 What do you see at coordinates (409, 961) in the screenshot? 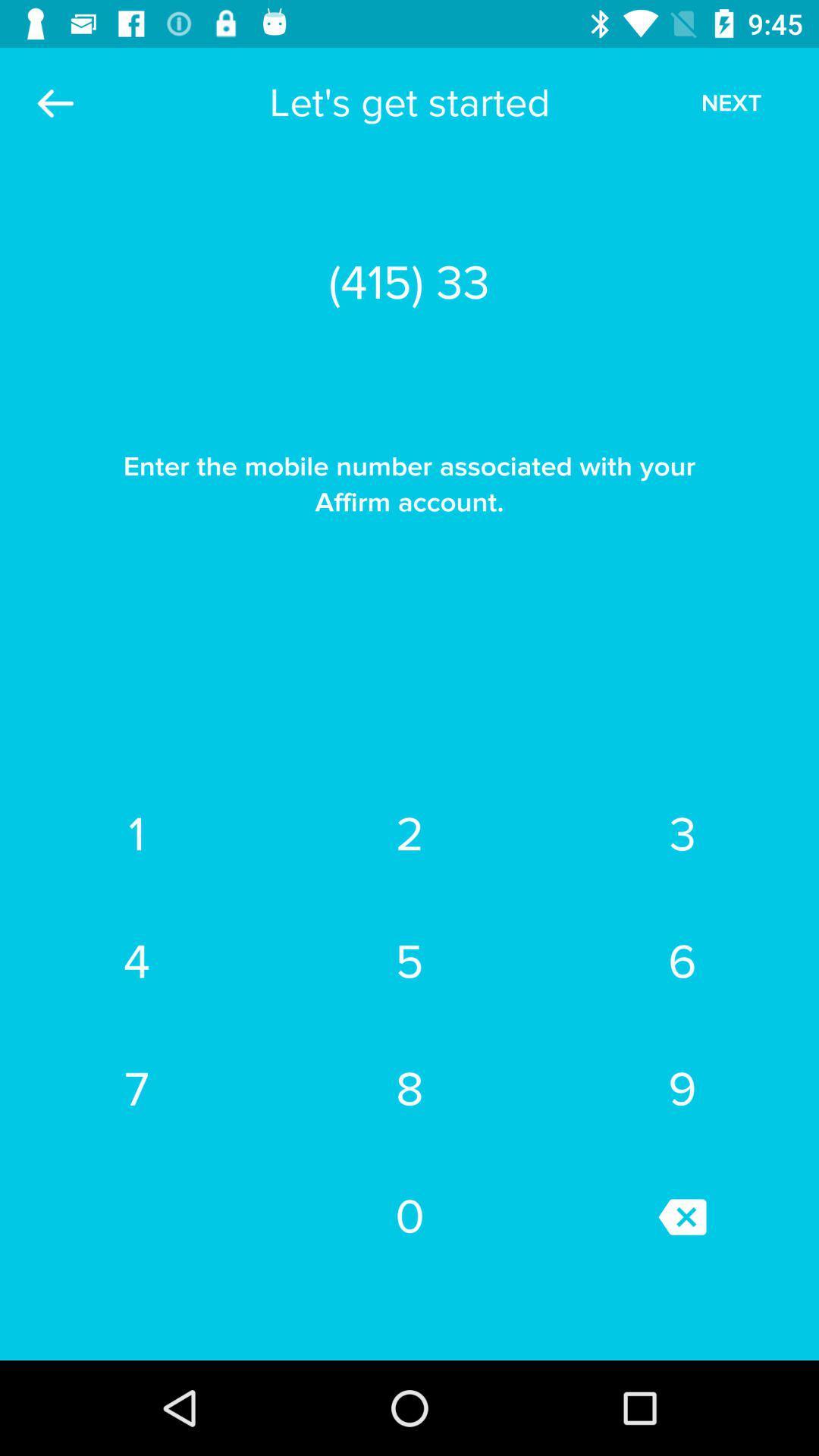
I see `the item above 7` at bounding box center [409, 961].